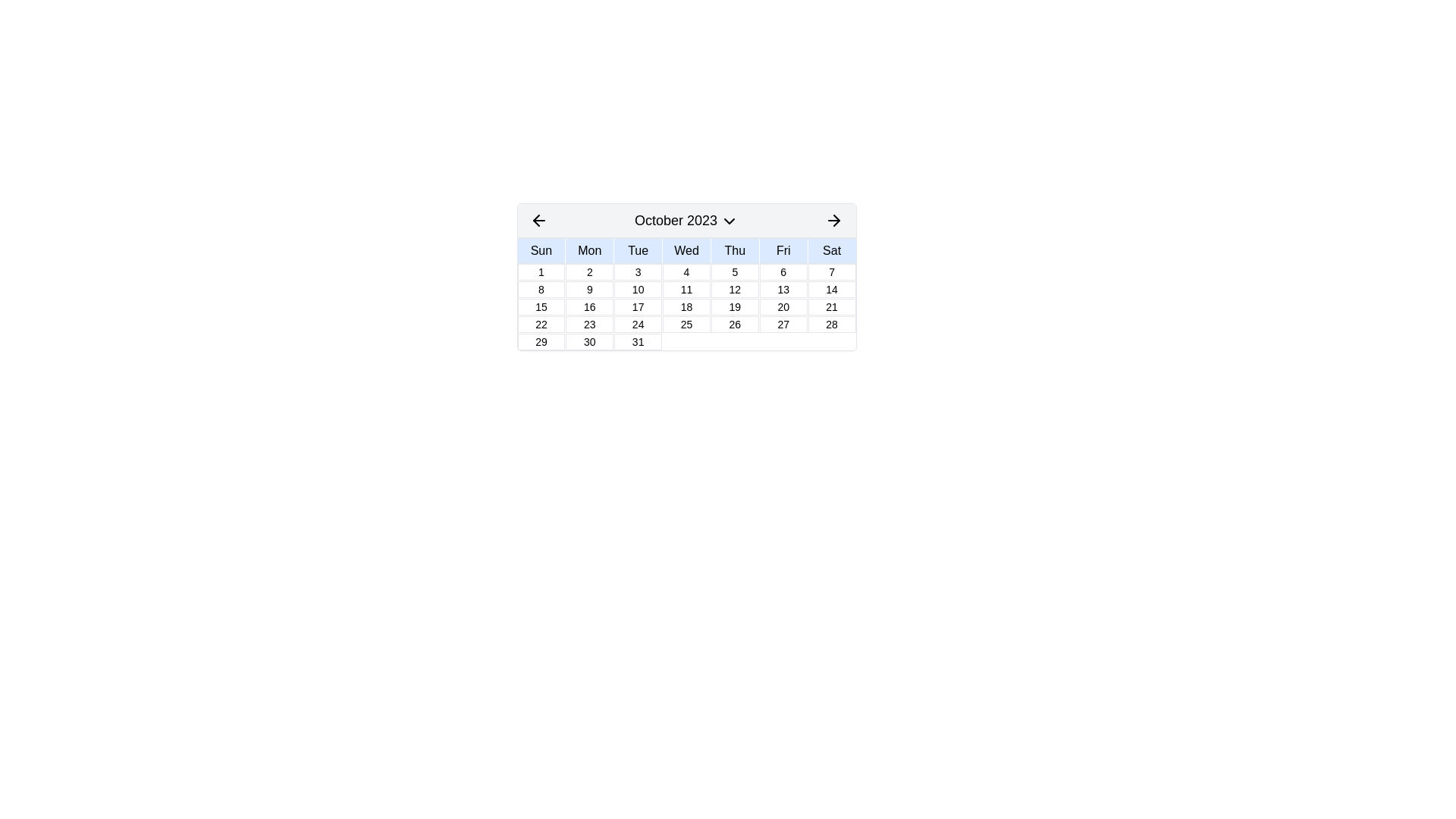 This screenshot has width=1456, height=819. What do you see at coordinates (588, 307) in the screenshot?
I see `the Calendar Day Cell representing the date '16' under the 'Mon' column` at bounding box center [588, 307].